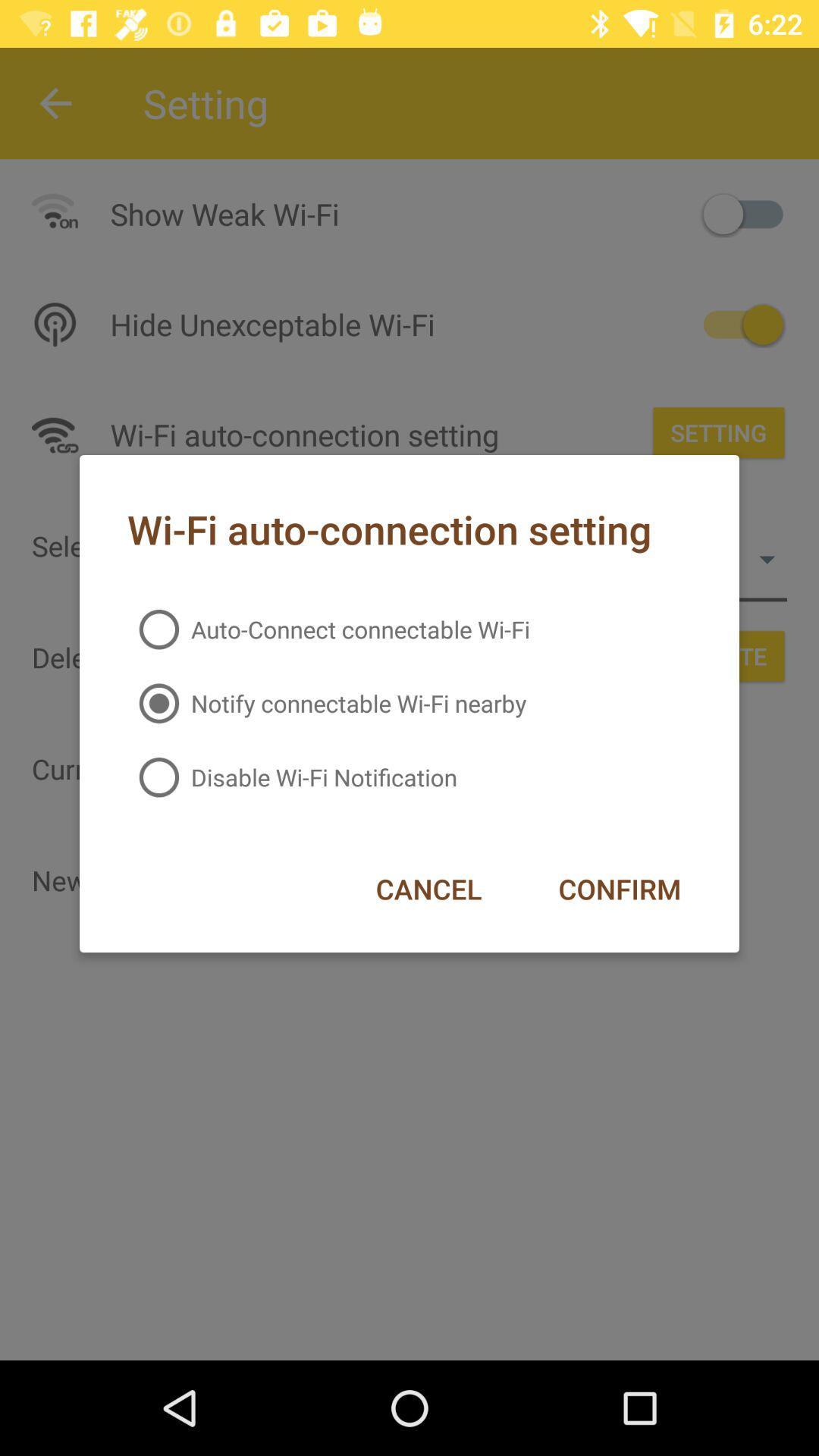  Describe the element at coordinates (620, 889) in the screenshot. I see `item to the right of the cancel item` at that location.